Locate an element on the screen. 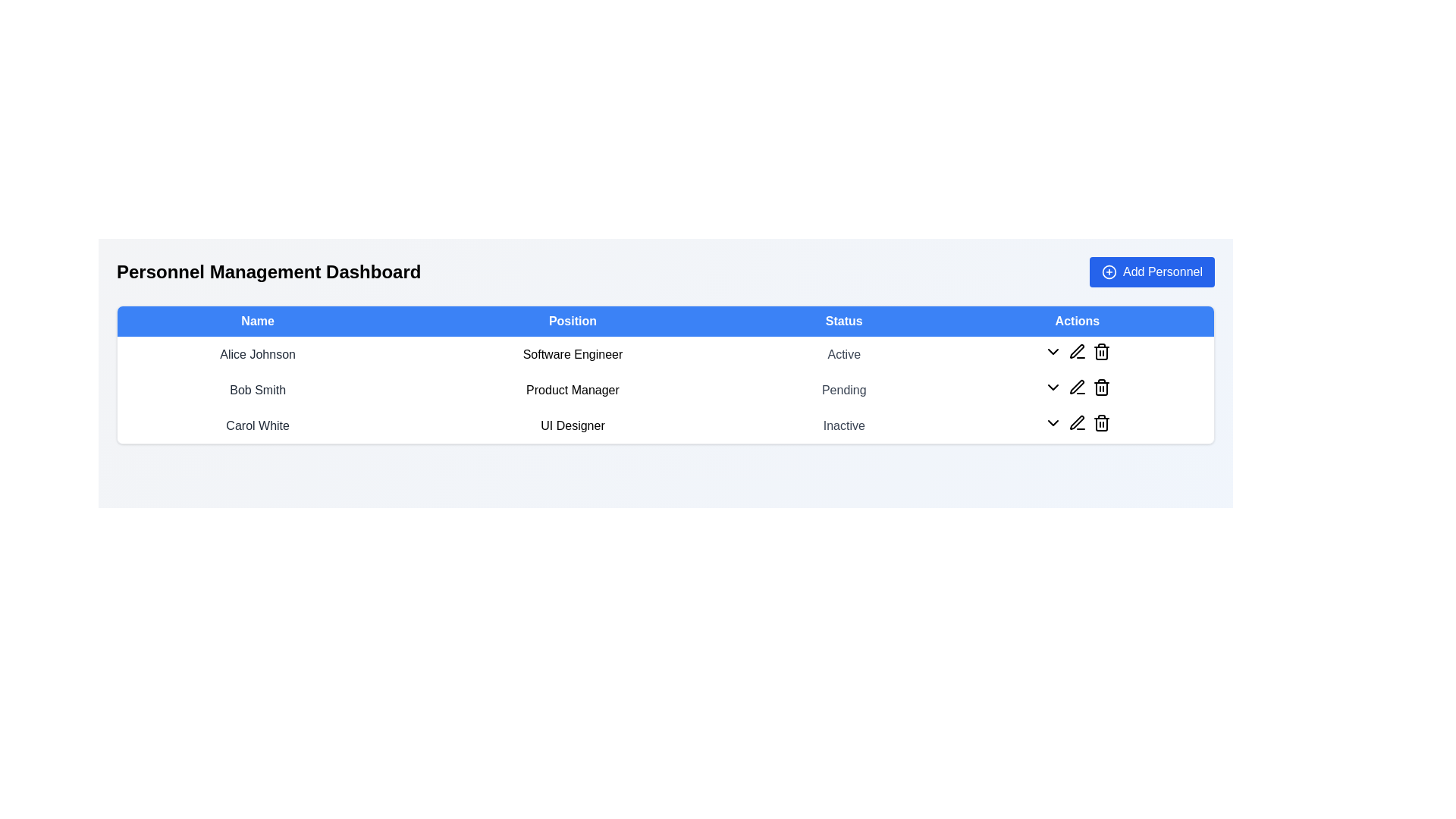 Image resolution: width=1456 pixels, height=819 pixels. the graphical icon resembling a pen in the SVG component located in the 'Actions' column of the last row associated with 'Carol White' is located at coordinates (1076, 422).